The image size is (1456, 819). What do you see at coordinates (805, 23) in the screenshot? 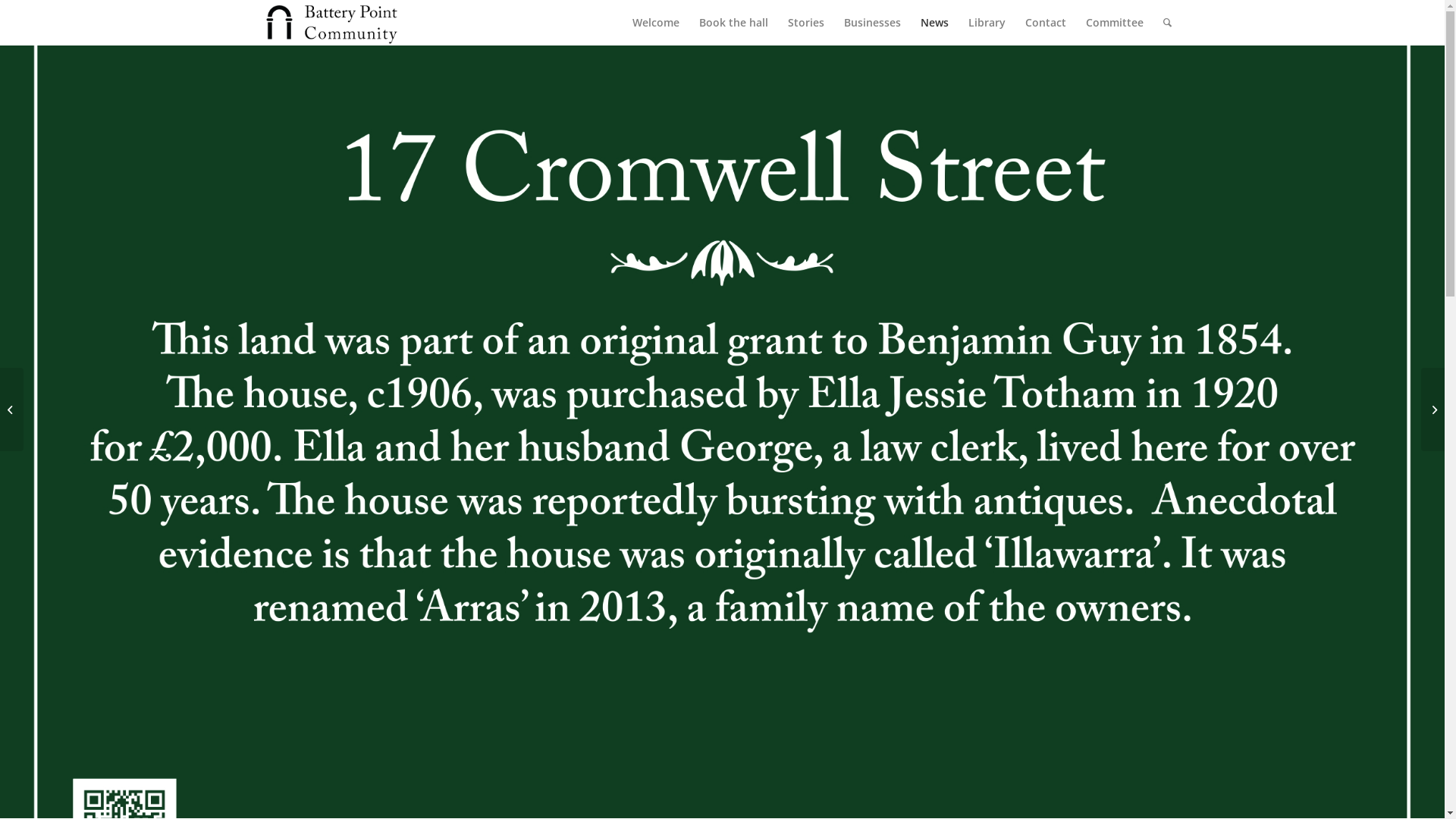
I see `'Stories'` at bounding box center [805, 23].